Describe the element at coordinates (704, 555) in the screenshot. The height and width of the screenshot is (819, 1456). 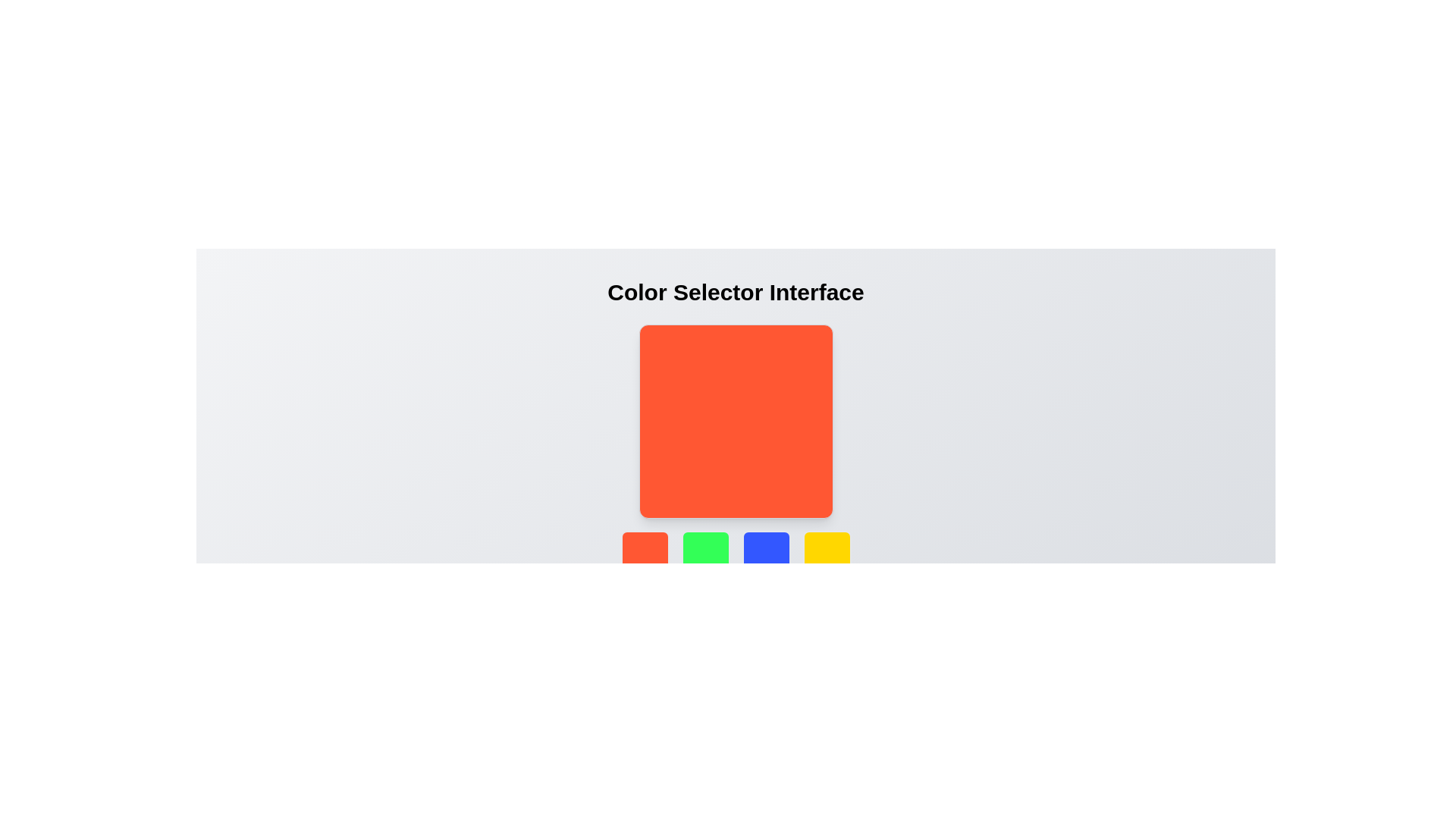
I see `the bright green square button with rounded borders located in the second position of a 4x1 grid at the bottom of the interface` at that location.